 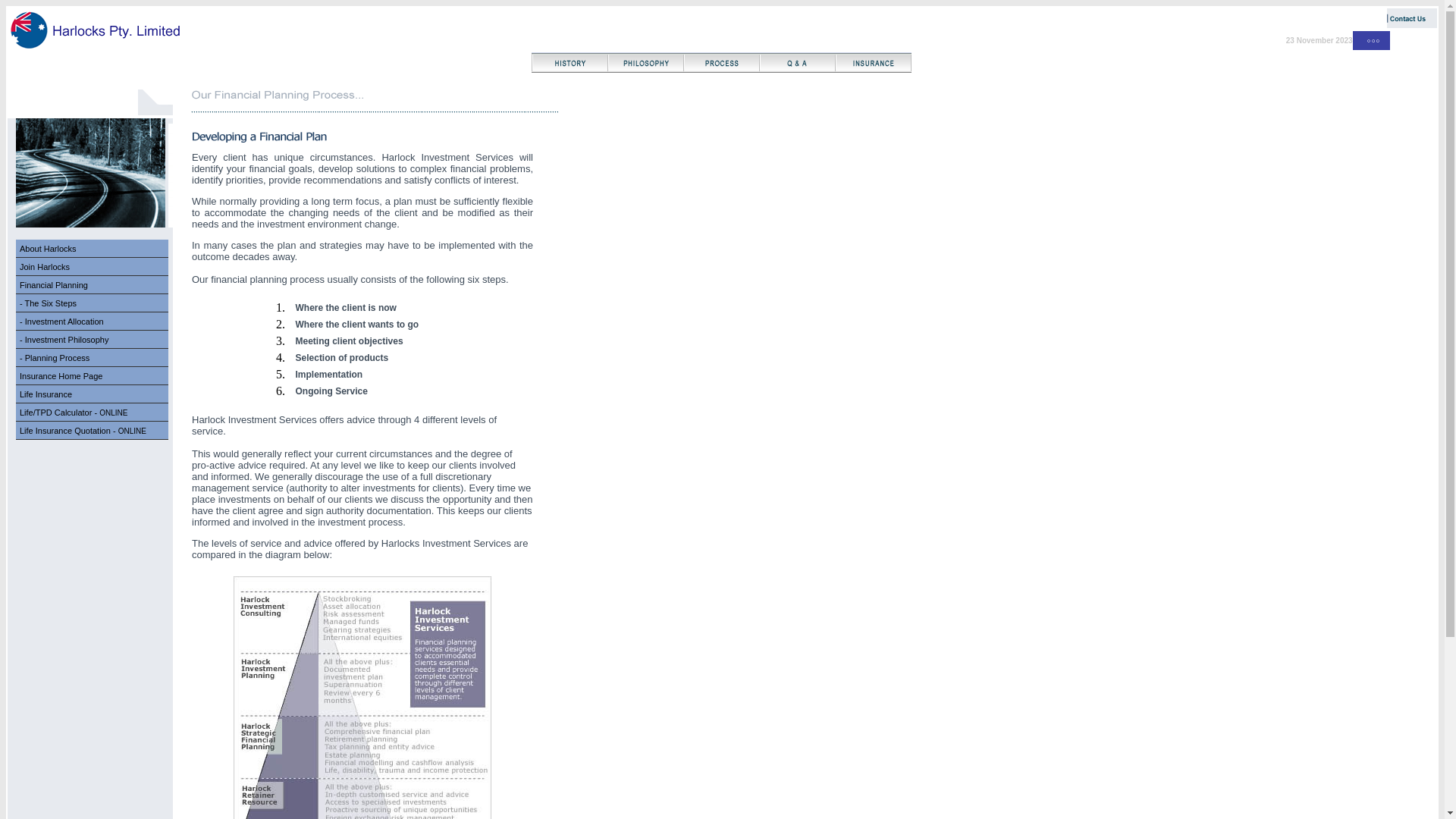 I want to click on 'Join Harlocks', so click(x=44, y=265).